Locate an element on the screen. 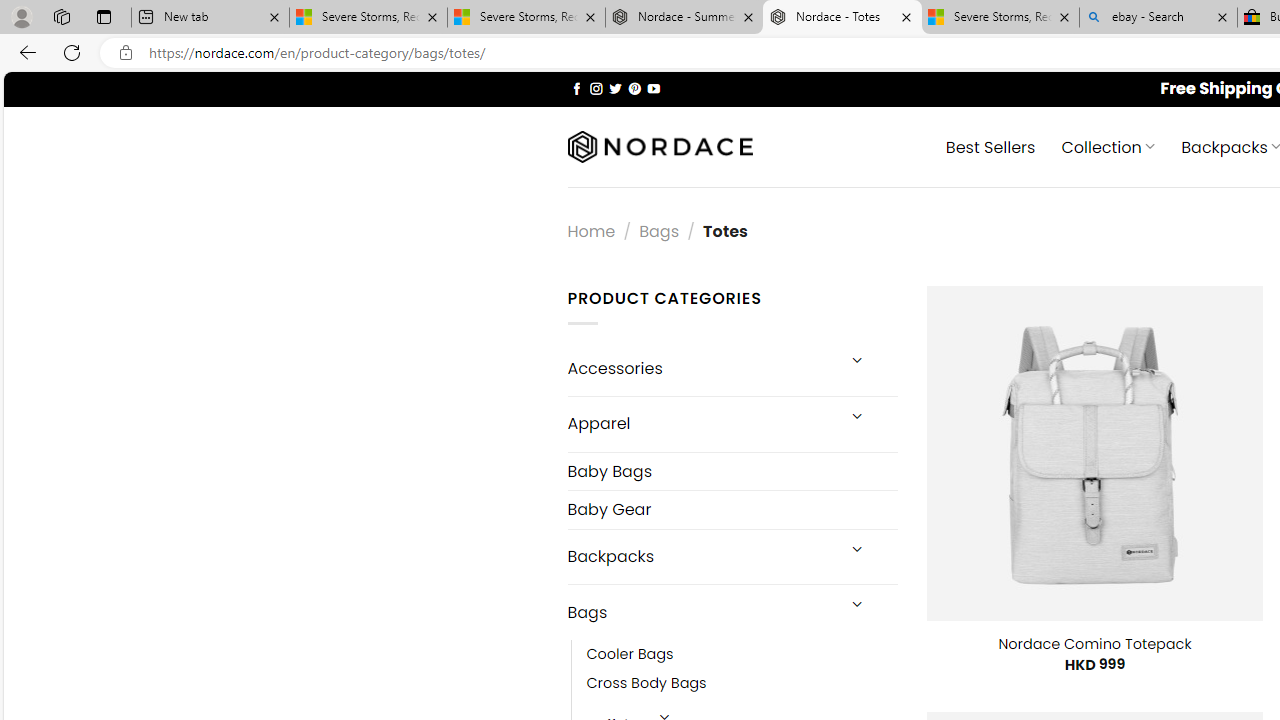 The image size is (1280, 720). 'Baby Bags' is located at coordinates (731, 471).